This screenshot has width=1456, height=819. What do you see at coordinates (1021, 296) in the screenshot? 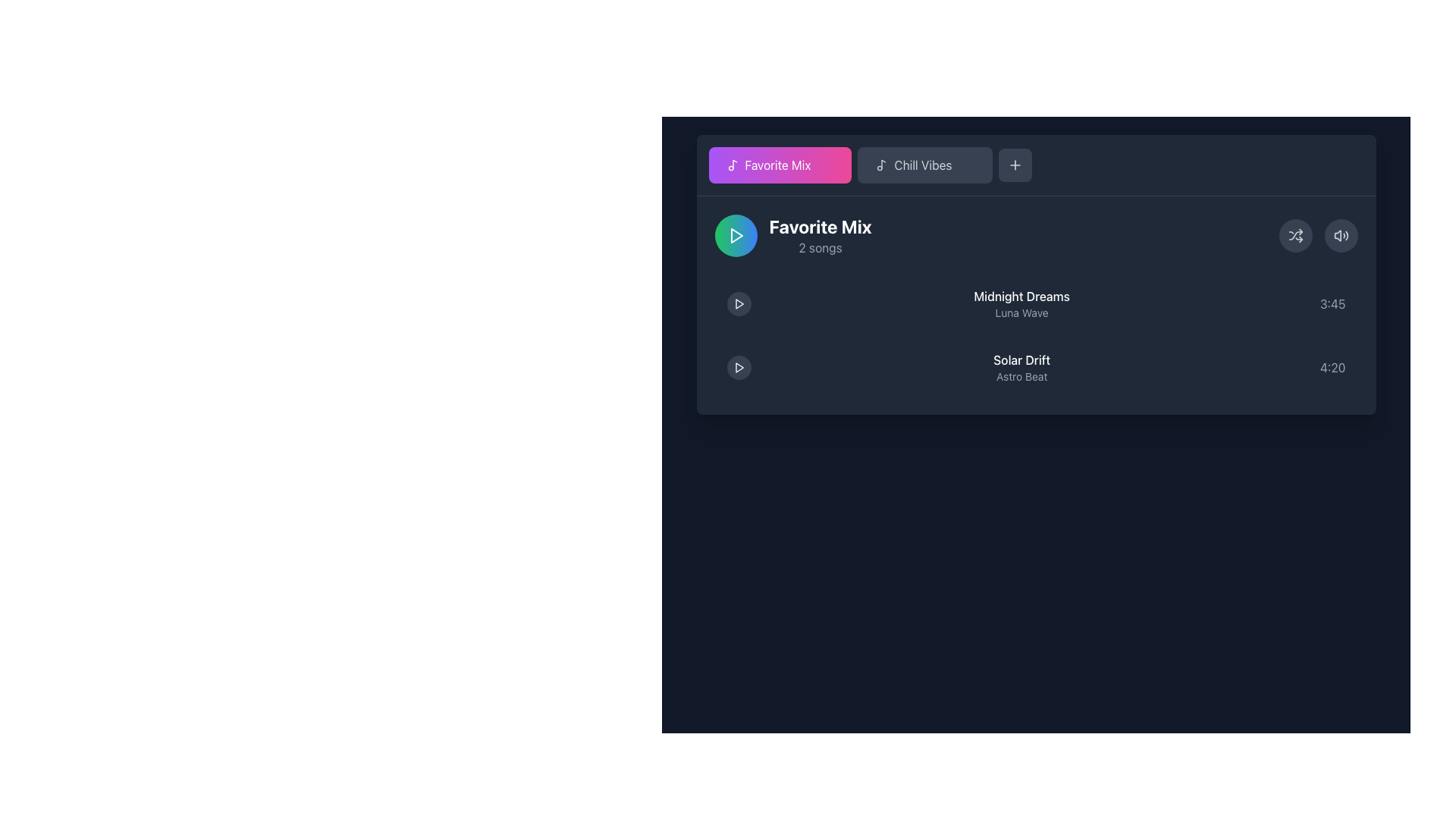
I see `the text label displaying 'Midnight Dreams' in white, positioned at the center of the song information section` at bounding box center [1021, 296].